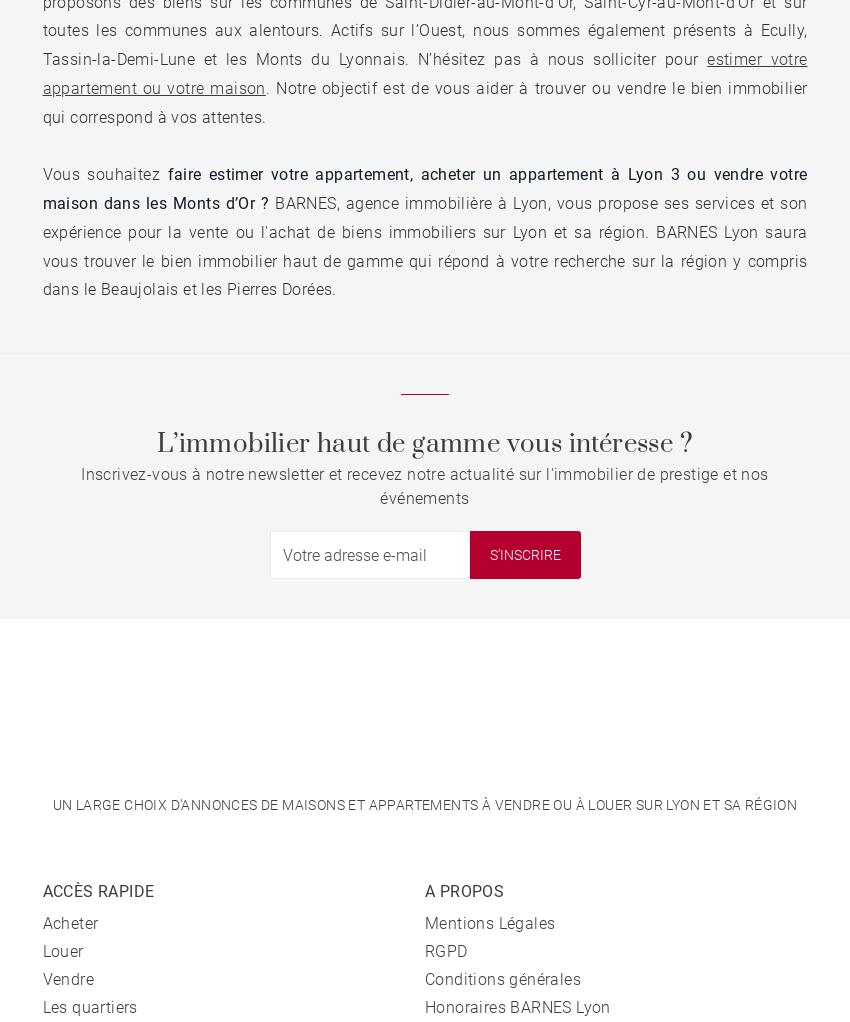  Describe the element at coordinates (490, 923) in the screenshot. I see `'Mentions Légales'` at that location.